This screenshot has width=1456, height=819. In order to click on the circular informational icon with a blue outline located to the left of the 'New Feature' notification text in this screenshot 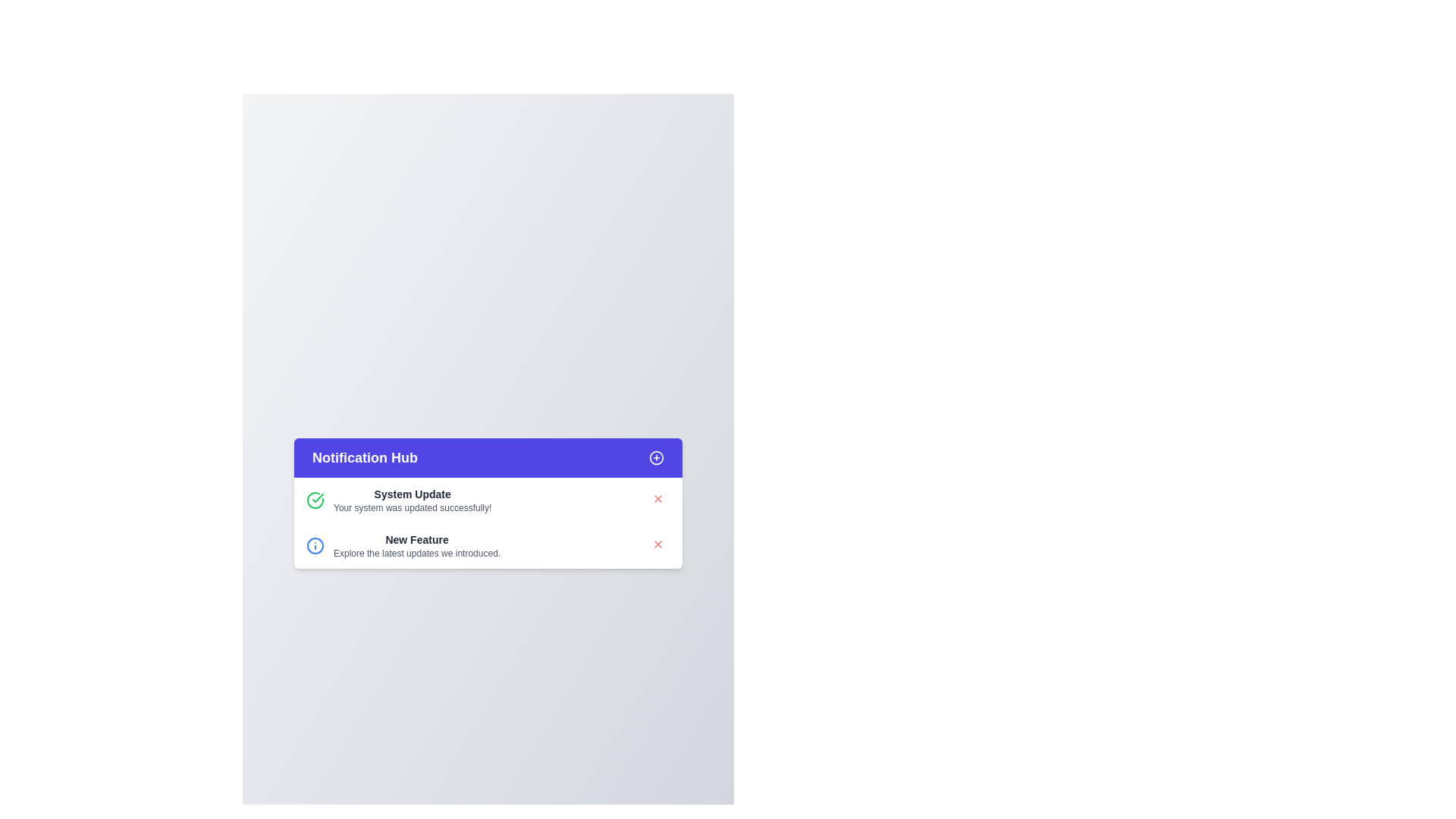, I will do `click(315, 546)`.